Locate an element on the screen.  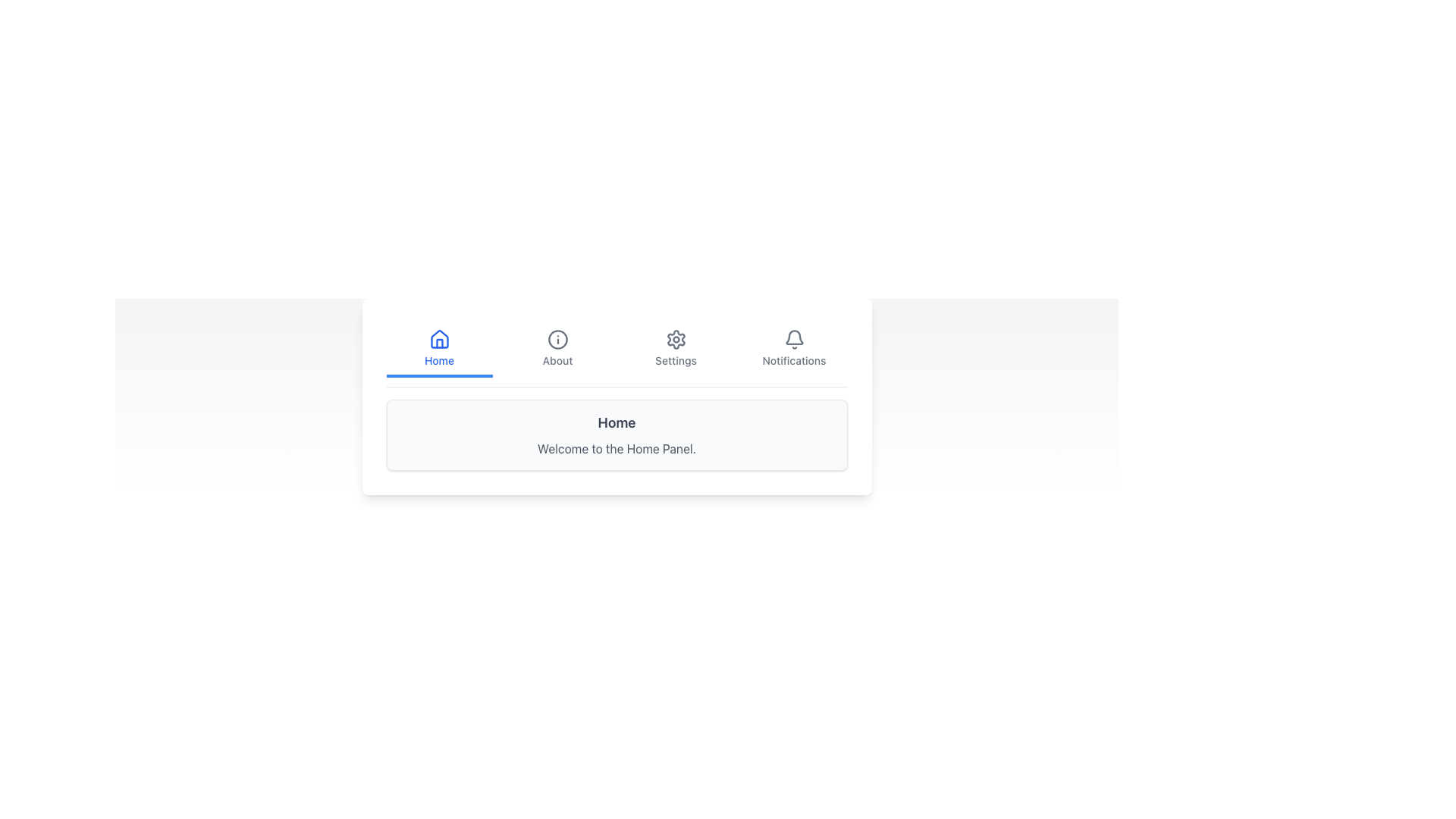
the 'Settings' text label, which is the third in a menu group beneath a gear icon is located at coordinates (675, 360).